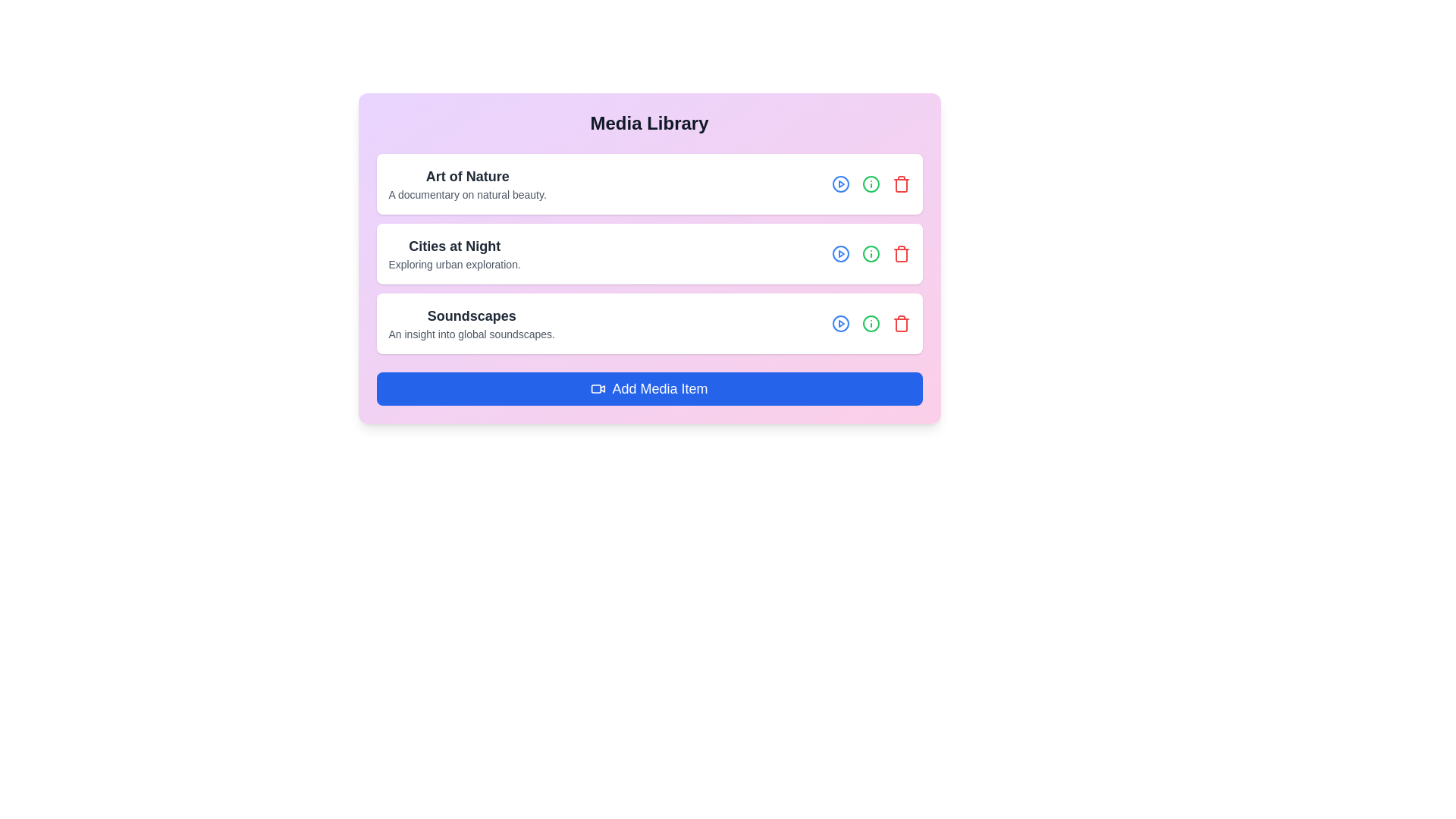 This screenshot has height=819, width=1456. What do you see at coordinates (471, 323) in the screenshot?
I see `the text of the media item Soundscapes` at bounding box center [471, 323].